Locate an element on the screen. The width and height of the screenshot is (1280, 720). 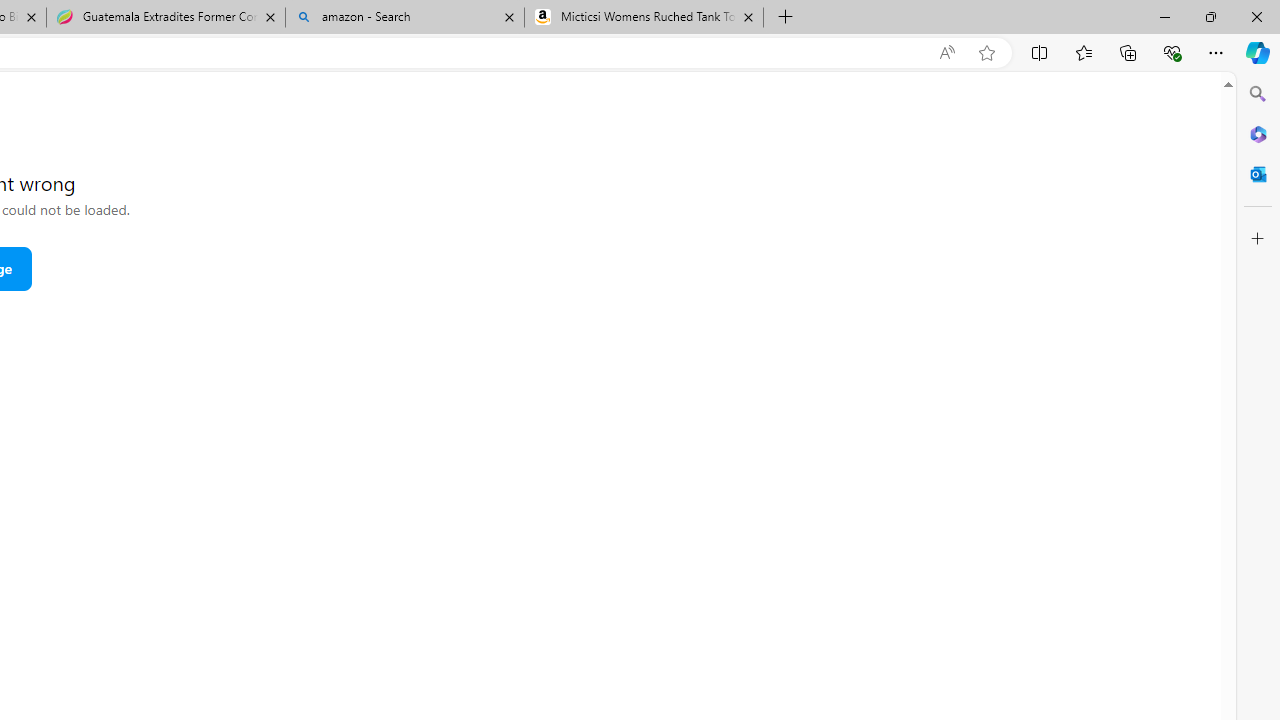
'Customize' is located at coordinates (1257, 238).